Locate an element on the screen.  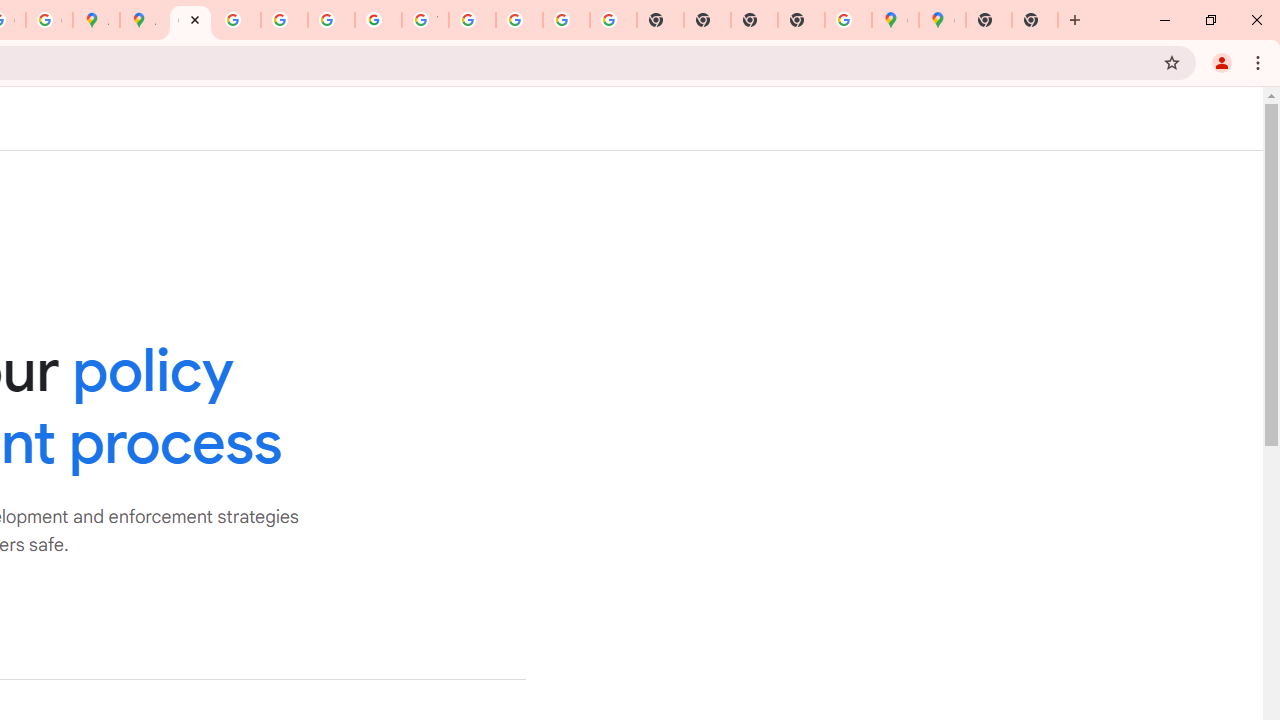
'Privacy Help Center - Policies Help' is located at coordinates (283, 20).